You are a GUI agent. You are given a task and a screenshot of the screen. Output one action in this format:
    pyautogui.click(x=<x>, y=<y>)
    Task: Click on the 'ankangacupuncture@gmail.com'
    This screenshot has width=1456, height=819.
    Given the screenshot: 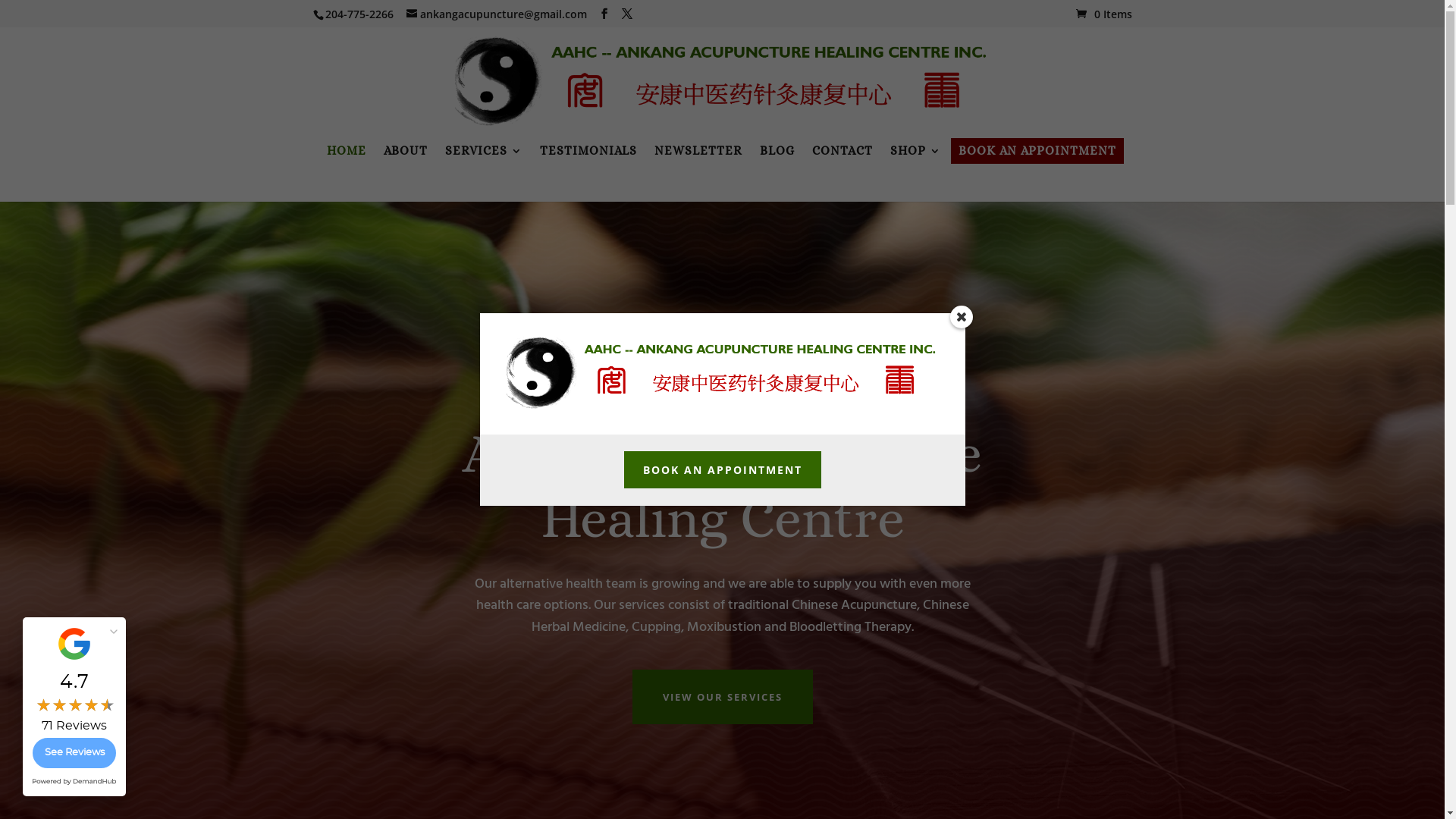 What is the action you would take?
    pyautogui.click(x=496, y=13)
    